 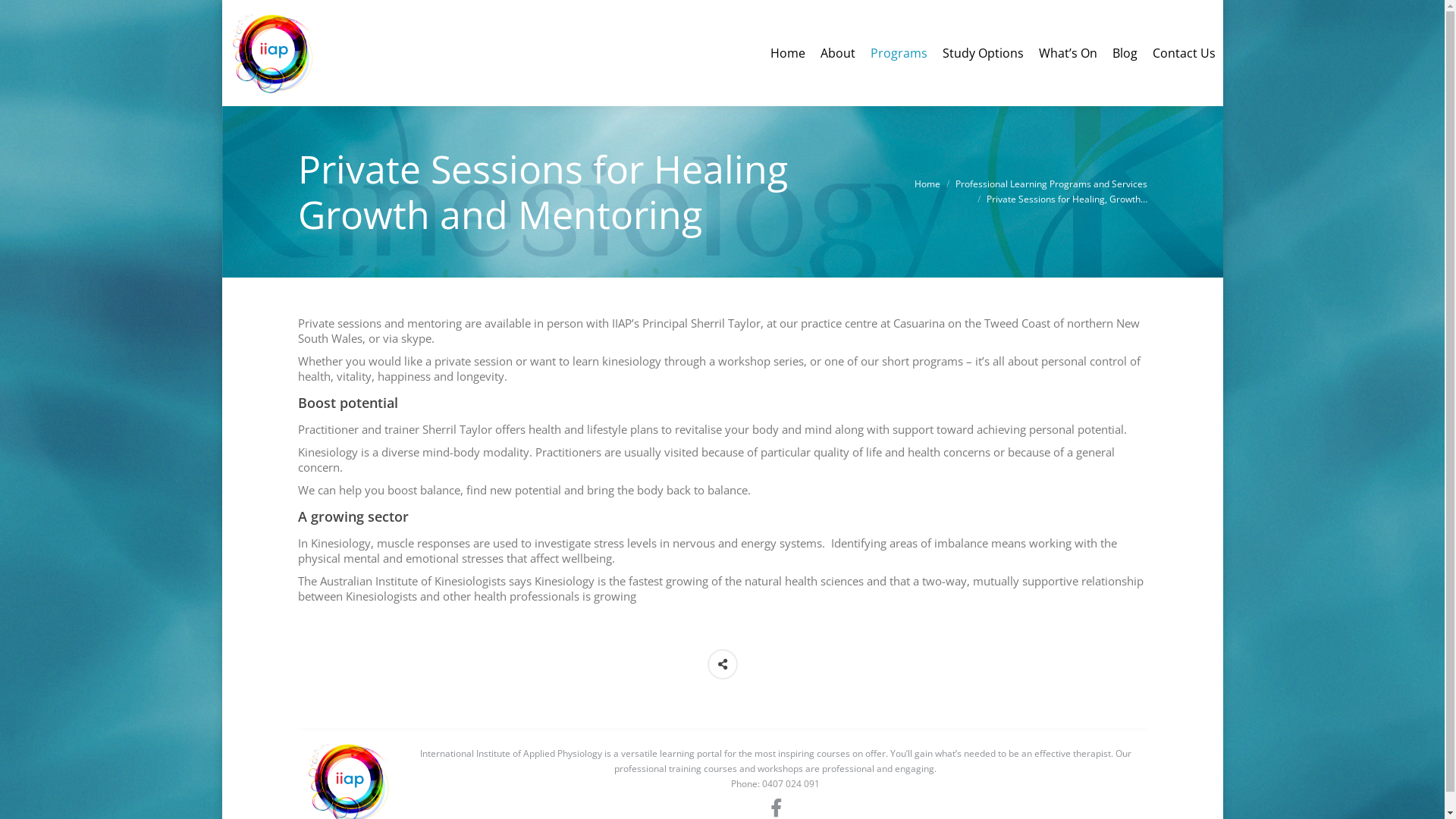 I want to click on 'Programs', so click(x=899, y=52).